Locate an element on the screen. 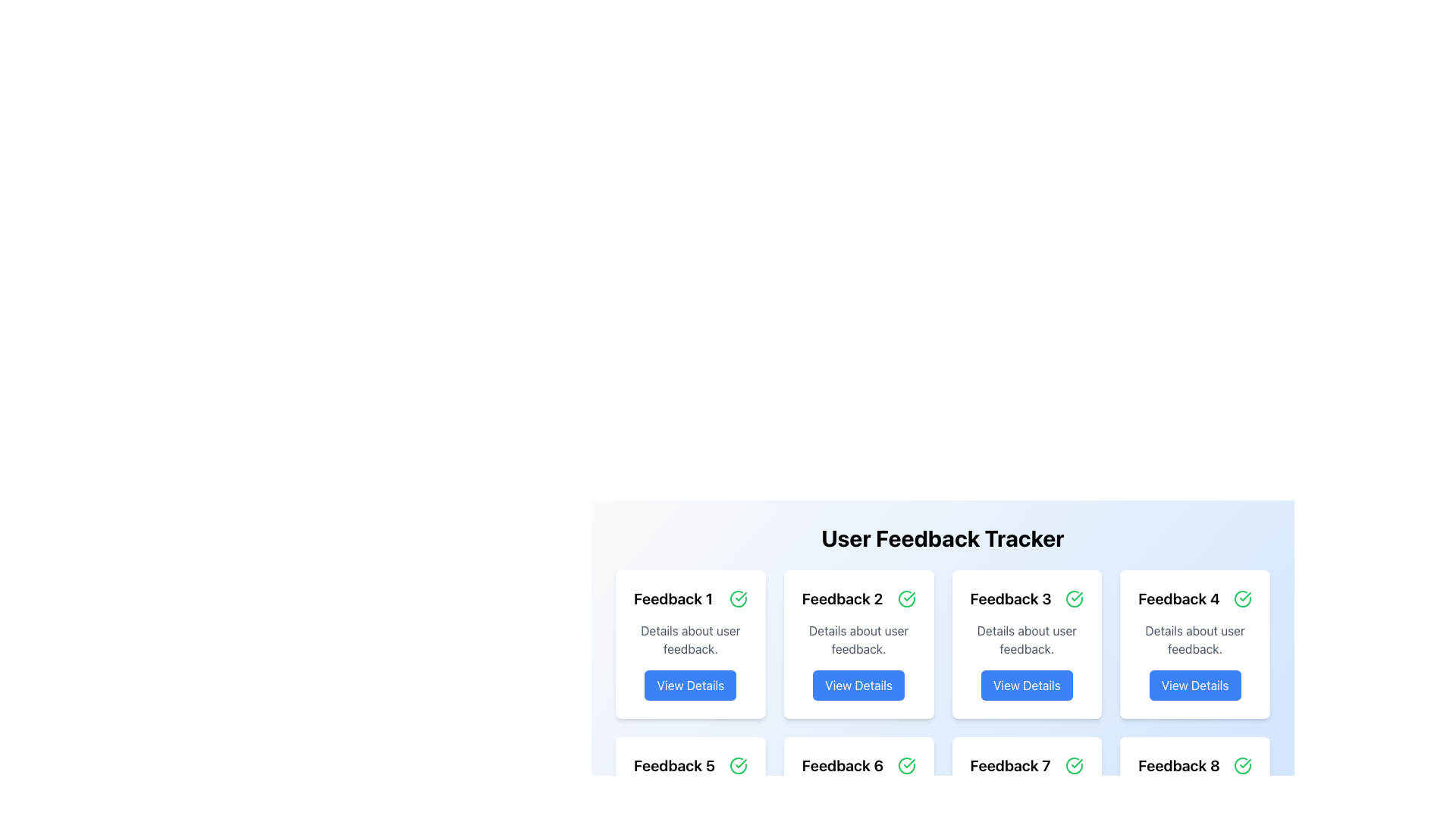 The image size is (1456, 819). the card displaying feedback labeled as 'Feedback 4', which is the last card in the first row of a 4-column grid layout is located at coordinates (1194, 644).